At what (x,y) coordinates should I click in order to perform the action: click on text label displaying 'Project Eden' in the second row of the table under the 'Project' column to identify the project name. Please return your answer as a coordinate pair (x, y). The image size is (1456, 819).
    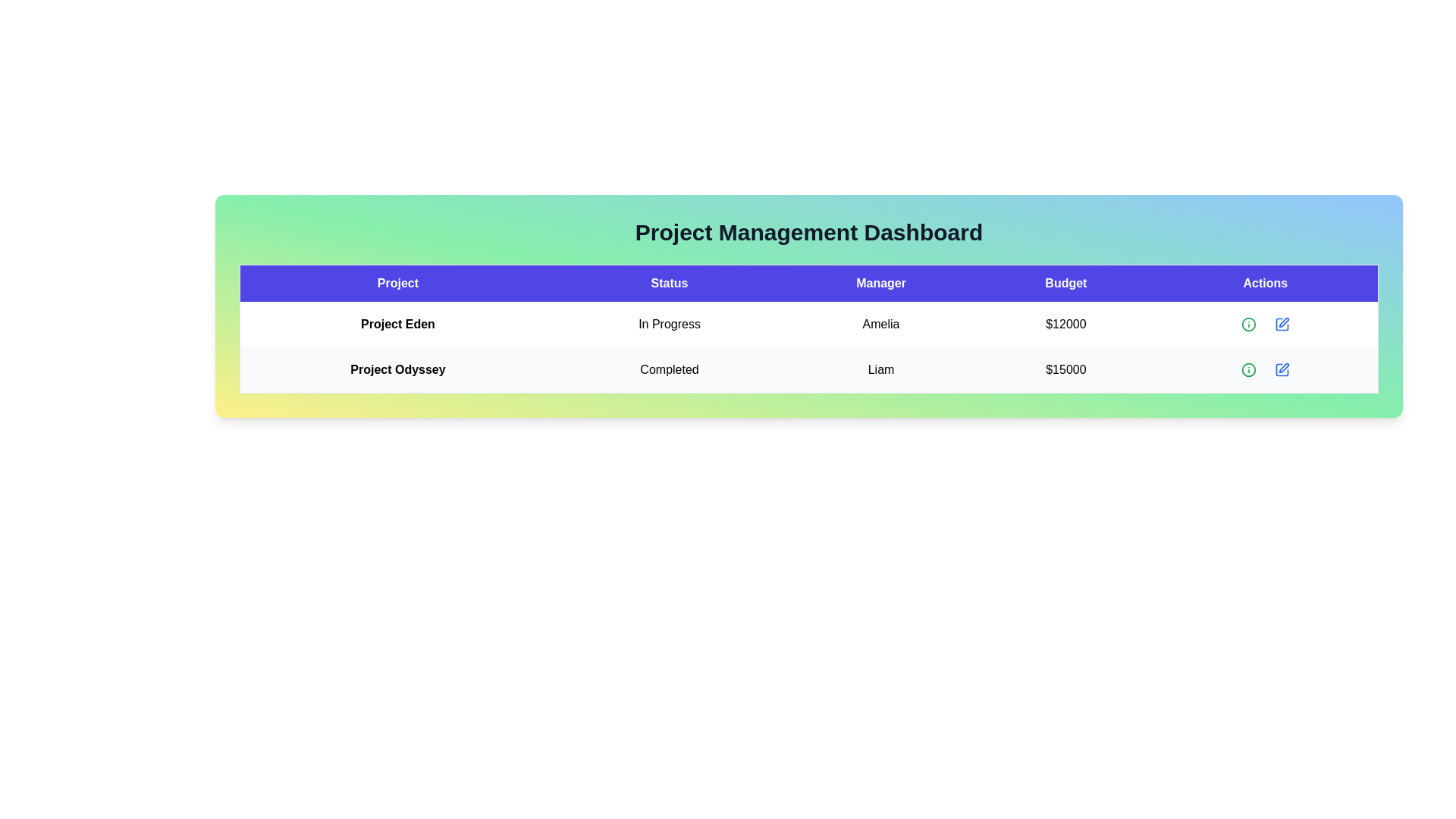
    Looking at the image, I should click on (397, 324).